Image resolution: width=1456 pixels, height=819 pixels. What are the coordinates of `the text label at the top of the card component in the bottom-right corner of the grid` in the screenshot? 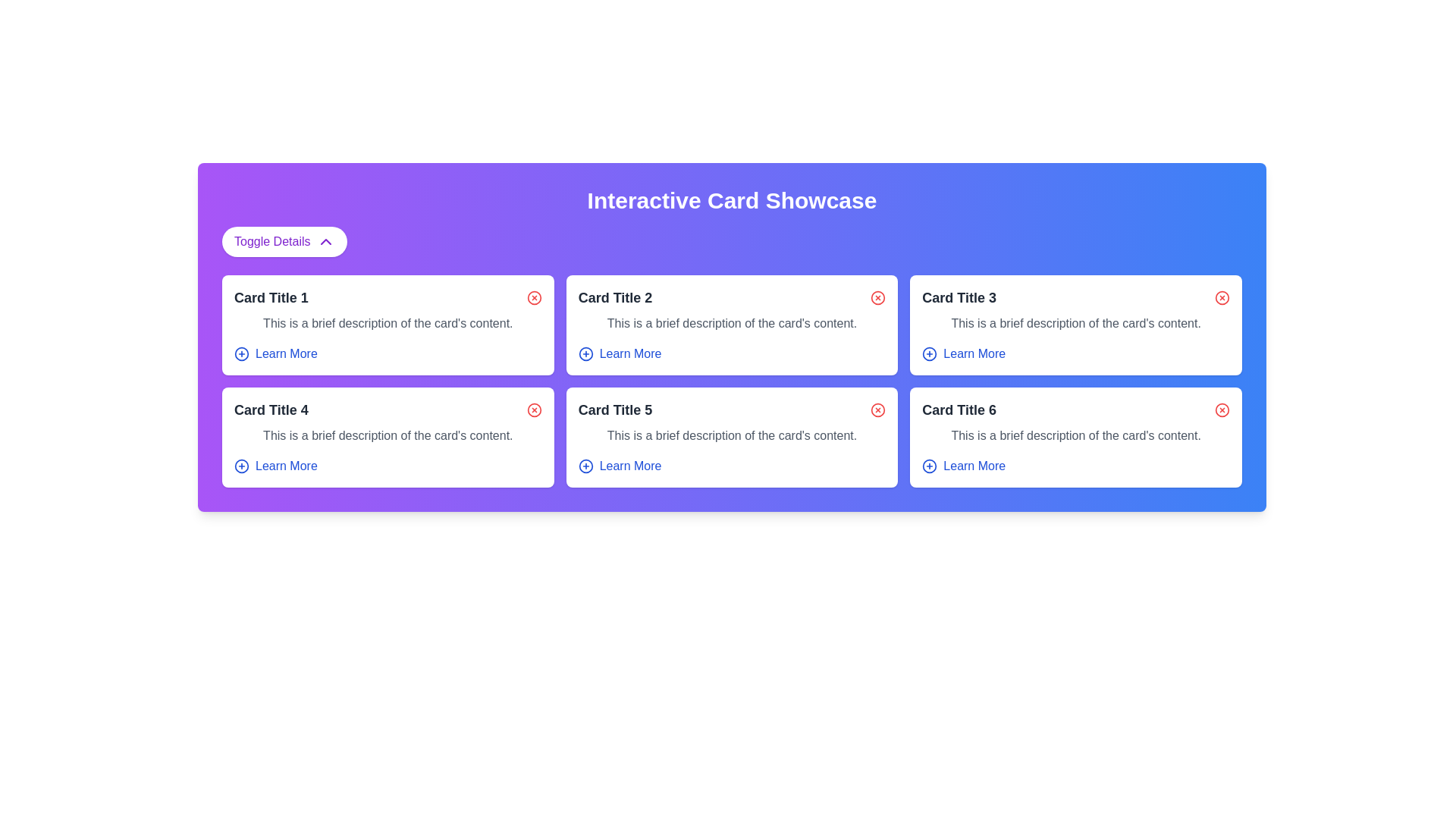 It's located at (959, 409).